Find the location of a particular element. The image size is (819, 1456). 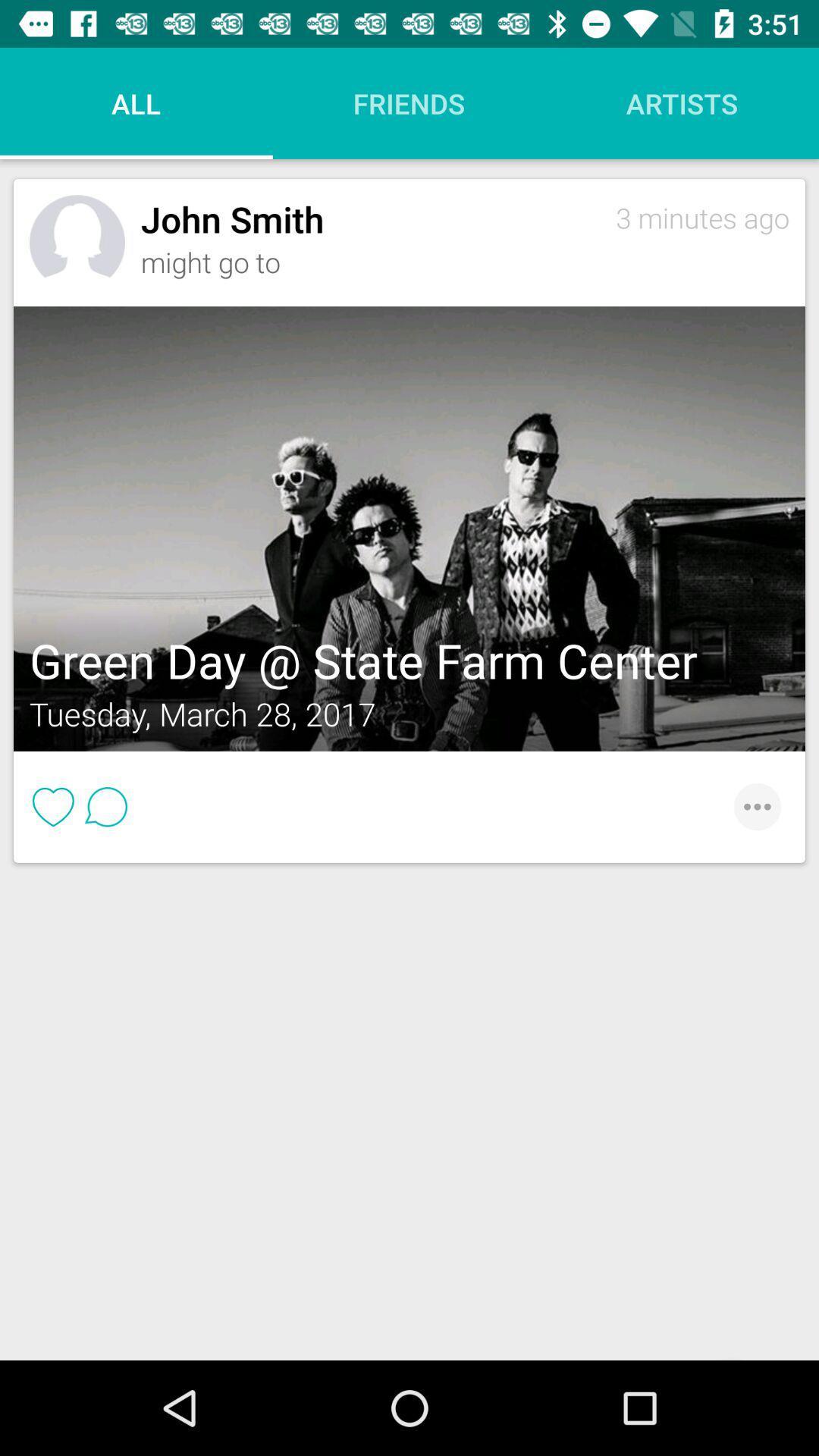

icon beside the john smith is located at coordinates (77, 243).